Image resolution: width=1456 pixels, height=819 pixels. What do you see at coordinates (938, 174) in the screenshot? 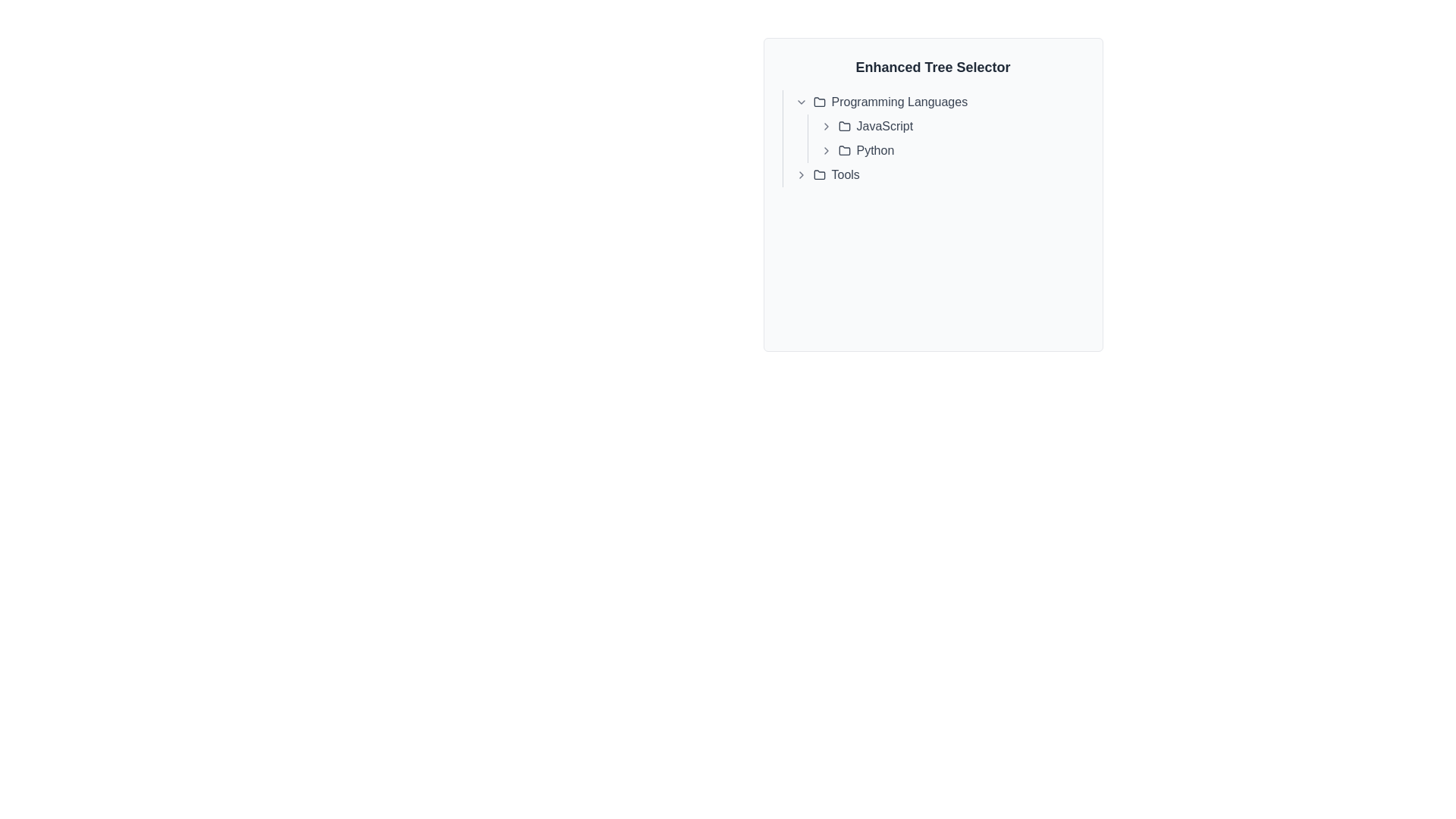
I see `the last tree node element in the hierarchical tree view` at bounding box center [938, 174].